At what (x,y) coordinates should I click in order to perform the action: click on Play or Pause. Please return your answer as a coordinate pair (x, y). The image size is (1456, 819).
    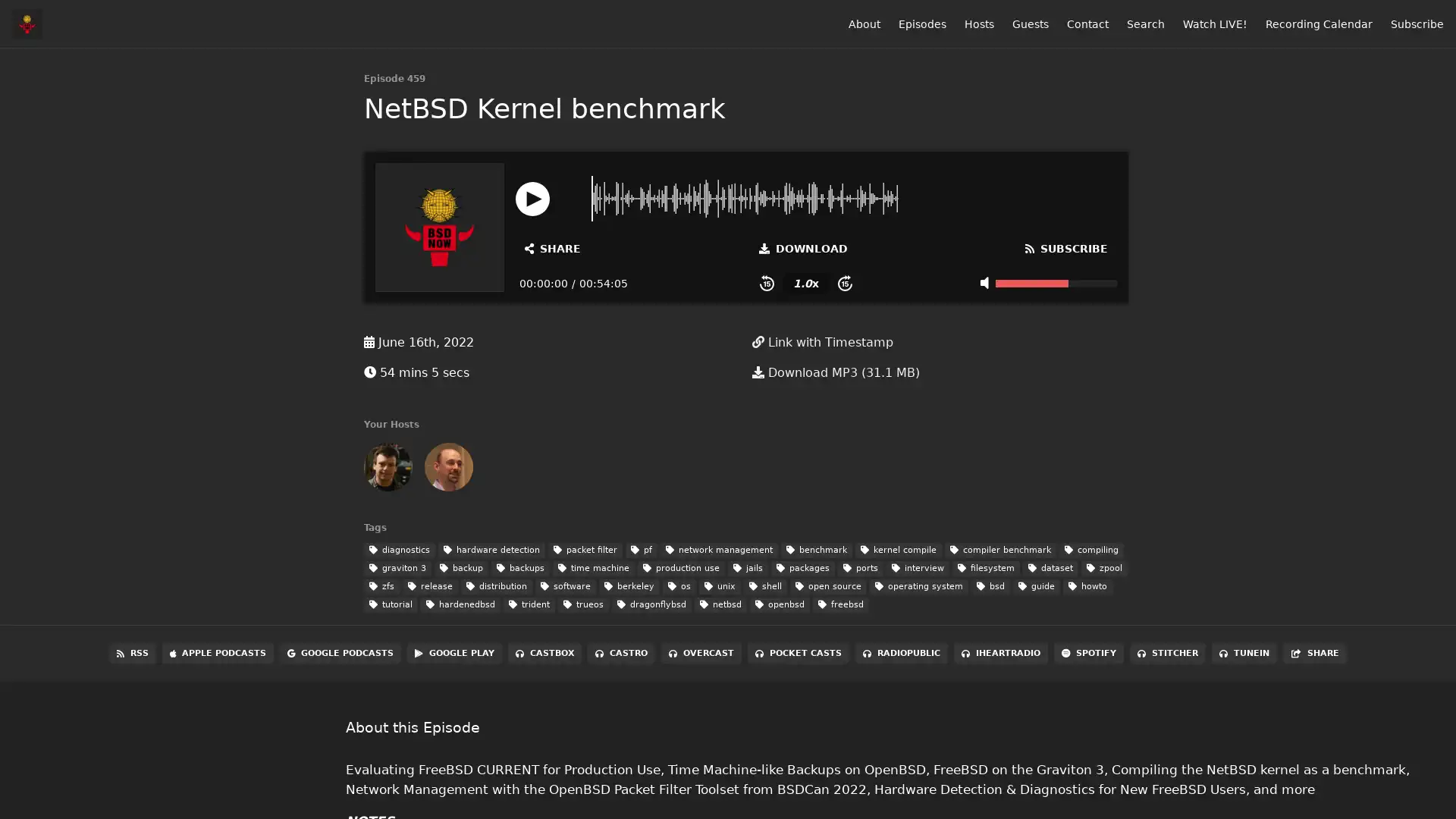
    Looking at the image, I should click on (532, 197).